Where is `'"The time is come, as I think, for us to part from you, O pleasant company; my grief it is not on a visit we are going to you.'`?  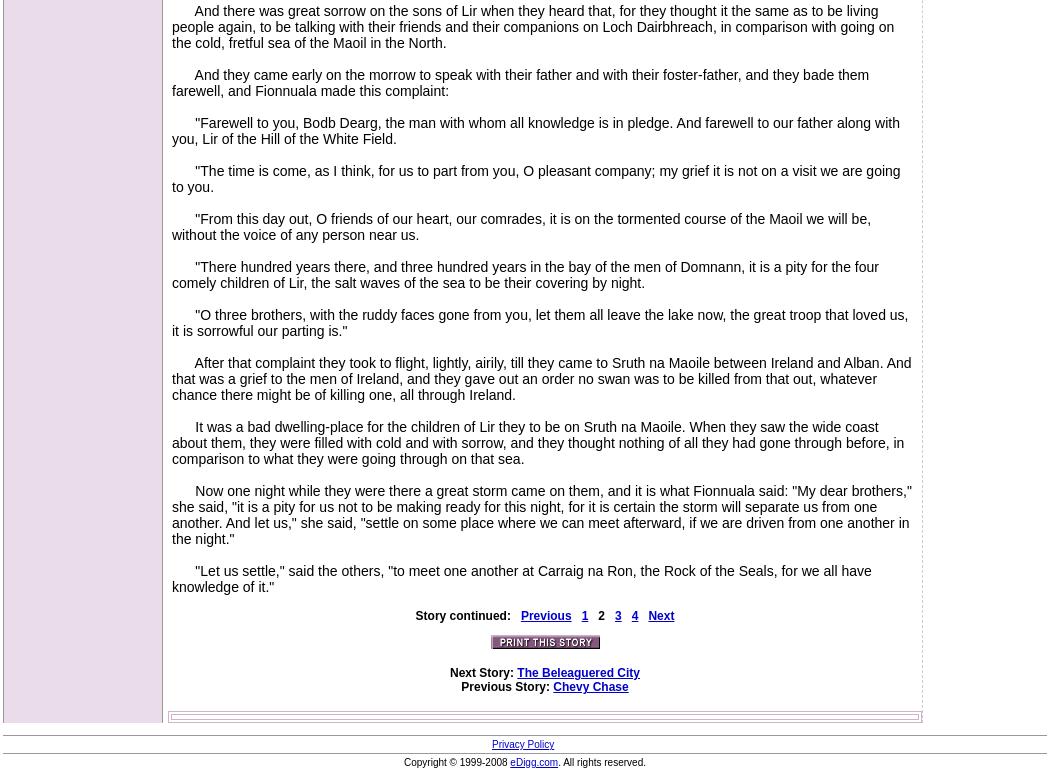
'"The time is come, as I think, for us to part from you, O pleasant company; my grief it is not on a visit we are going to you.' is located at coordinates (536, 179).